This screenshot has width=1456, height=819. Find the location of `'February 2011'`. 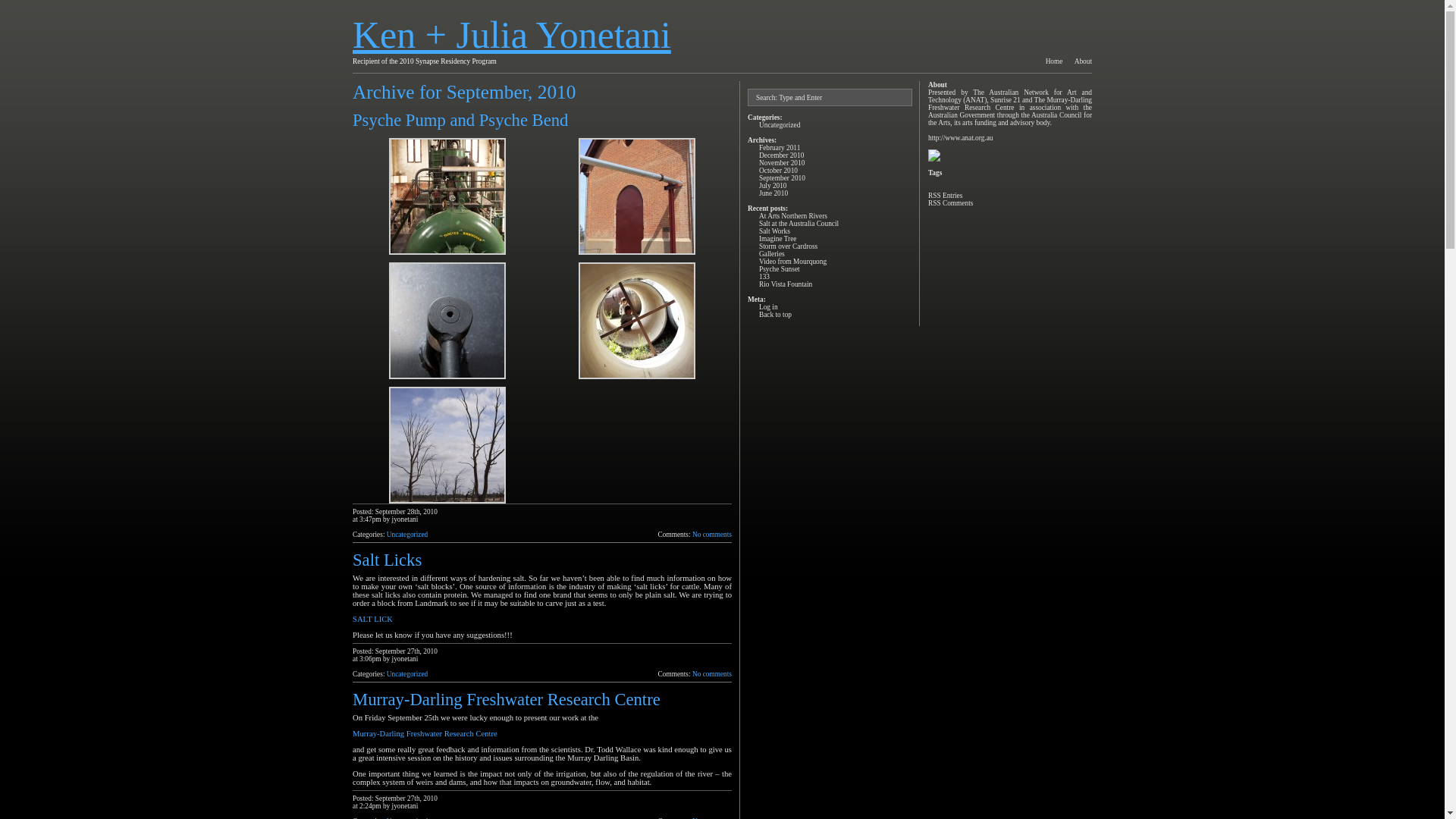

'February 2011' is located at coordinates (779, 148).